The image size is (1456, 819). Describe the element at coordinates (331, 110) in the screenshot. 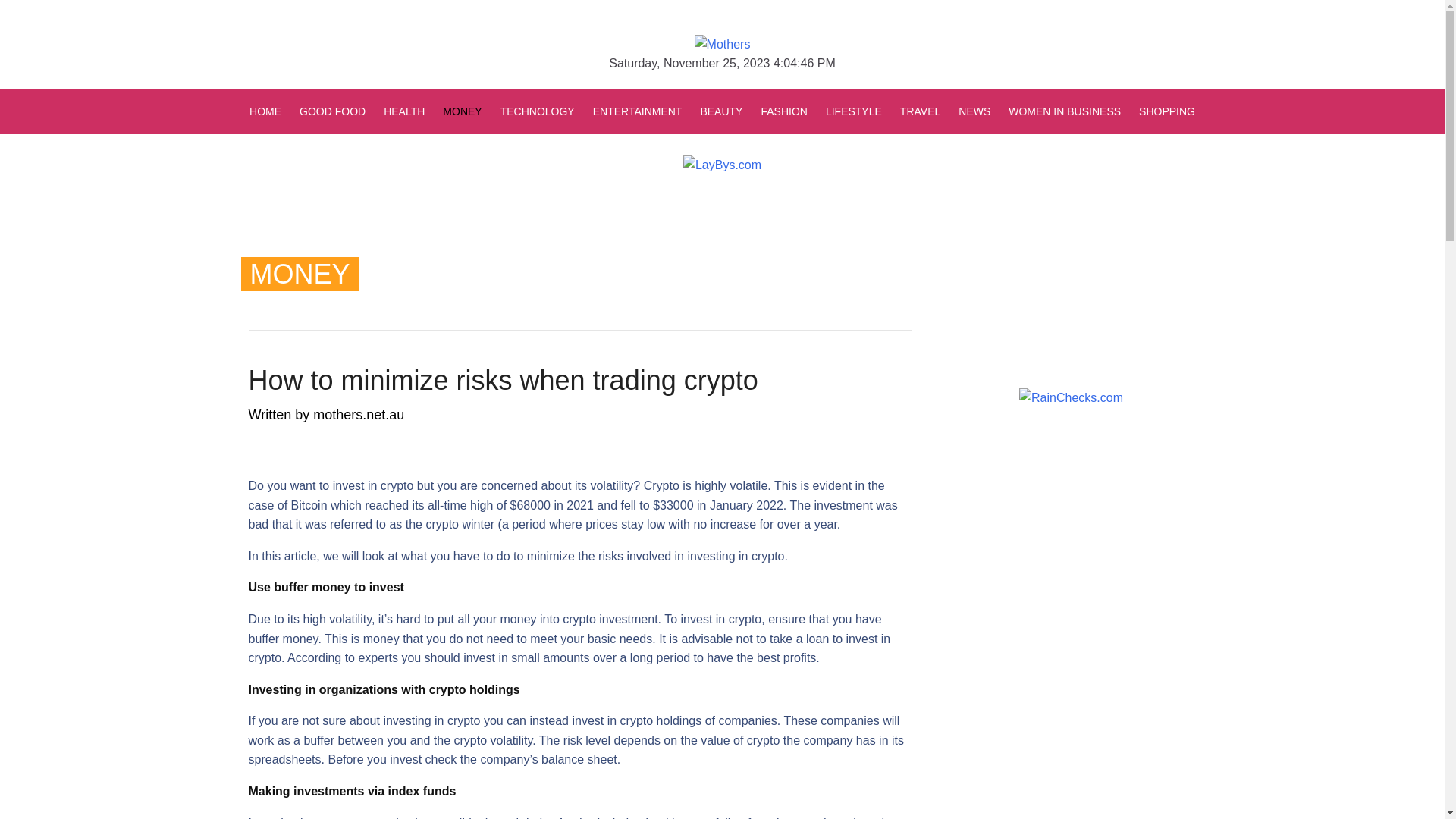

I see `'GOOD FOOD'` at that location.